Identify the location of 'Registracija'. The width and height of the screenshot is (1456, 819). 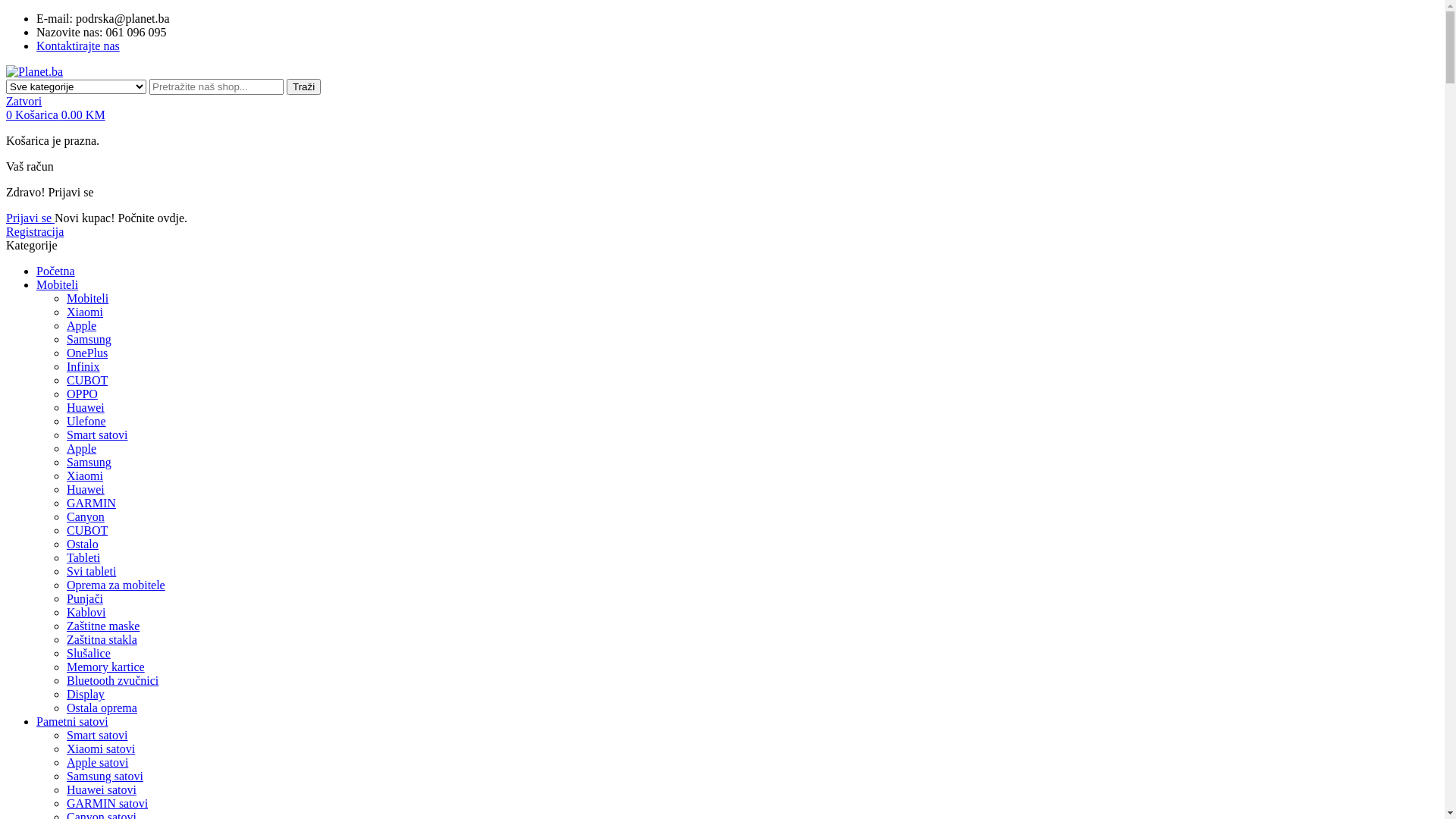
(35, 231).